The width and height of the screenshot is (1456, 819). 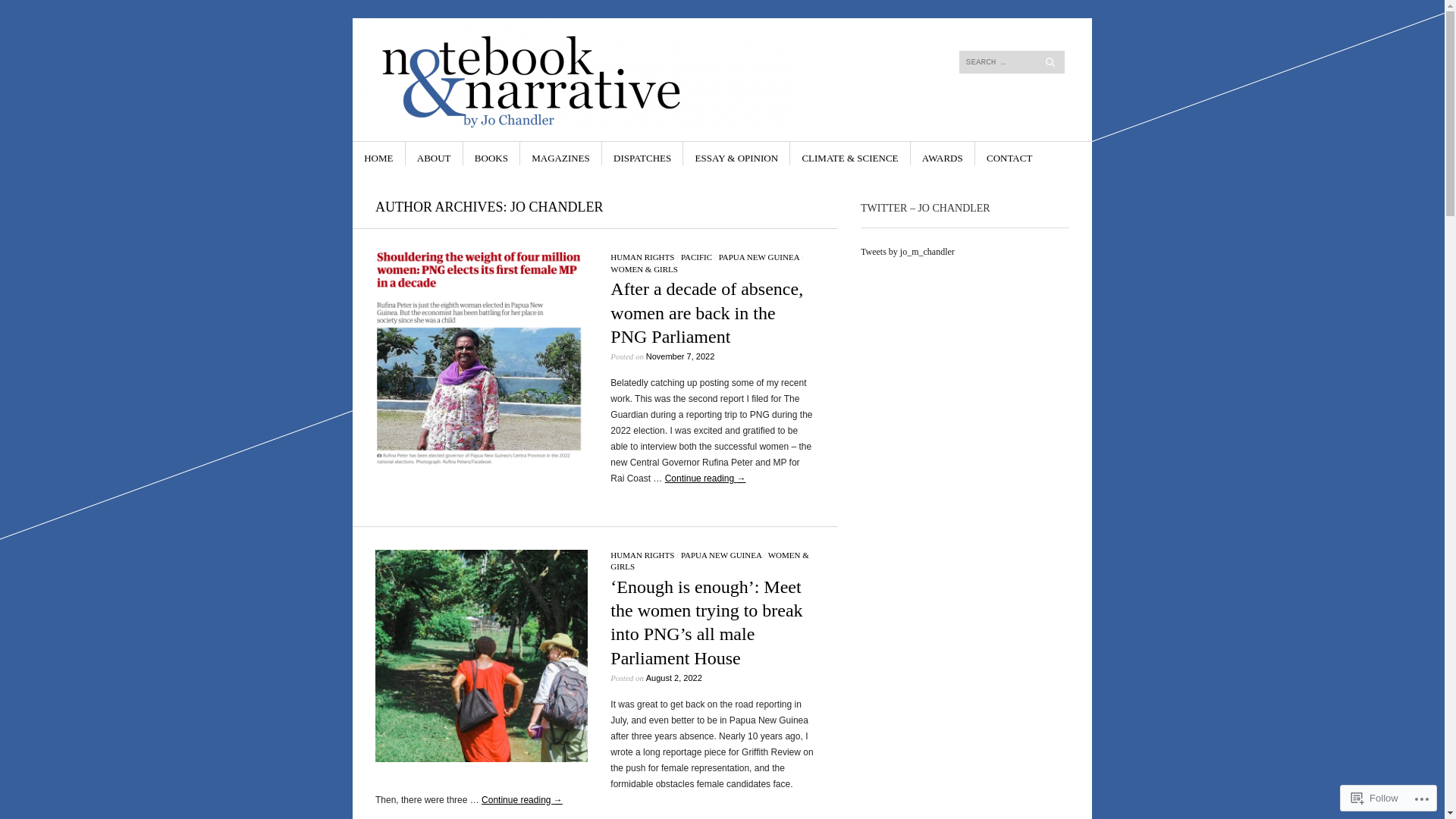 What do you see at coordinates (645, 356) in the screenshot?
I see `'November 7, 2022'` at bounding box center [645, 356].